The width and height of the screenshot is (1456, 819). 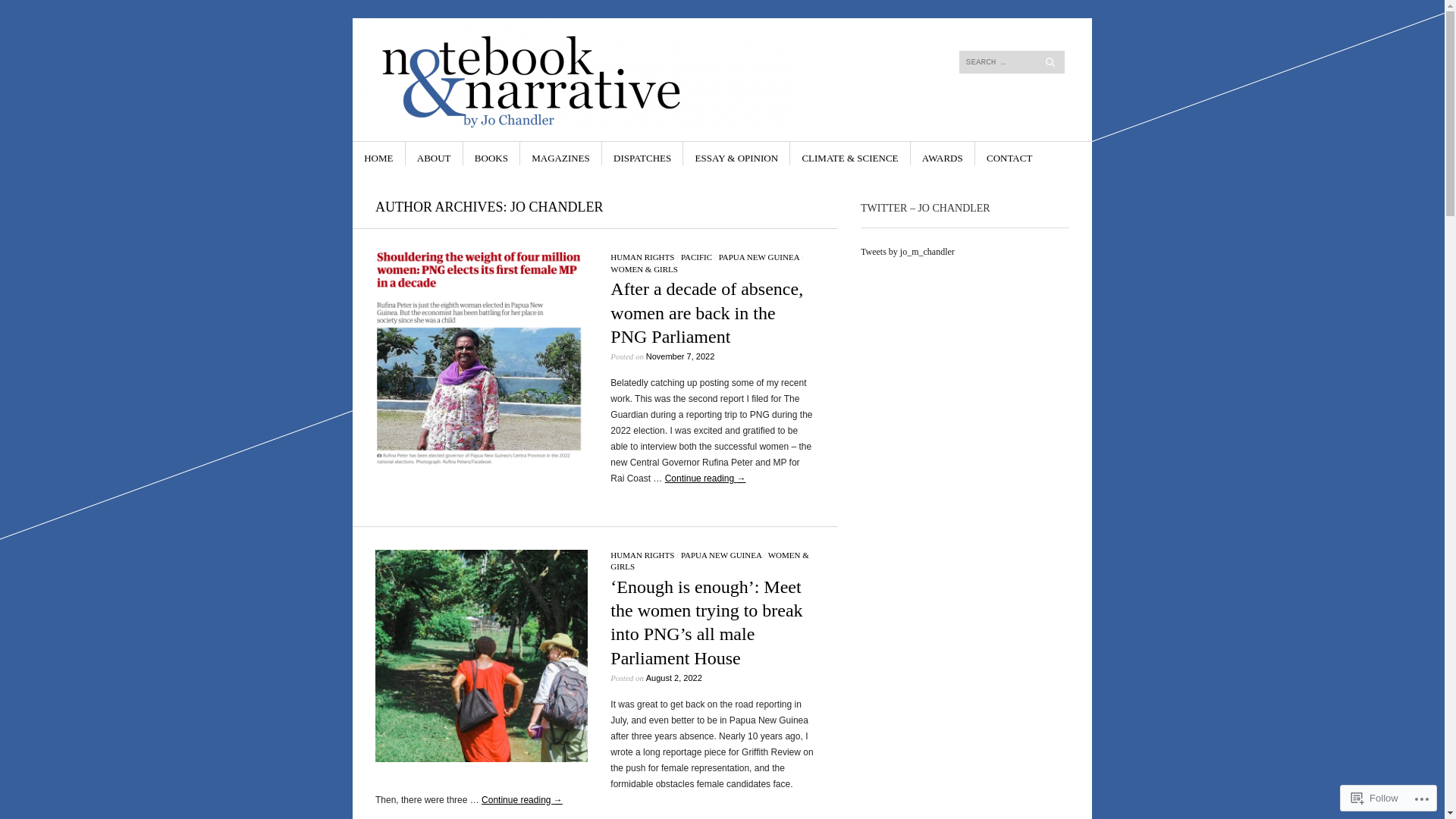 What do you see at coordinates (645, 356) in the screenshot?
I see `'November 7, 2022'` at bounding box center [645, 356].